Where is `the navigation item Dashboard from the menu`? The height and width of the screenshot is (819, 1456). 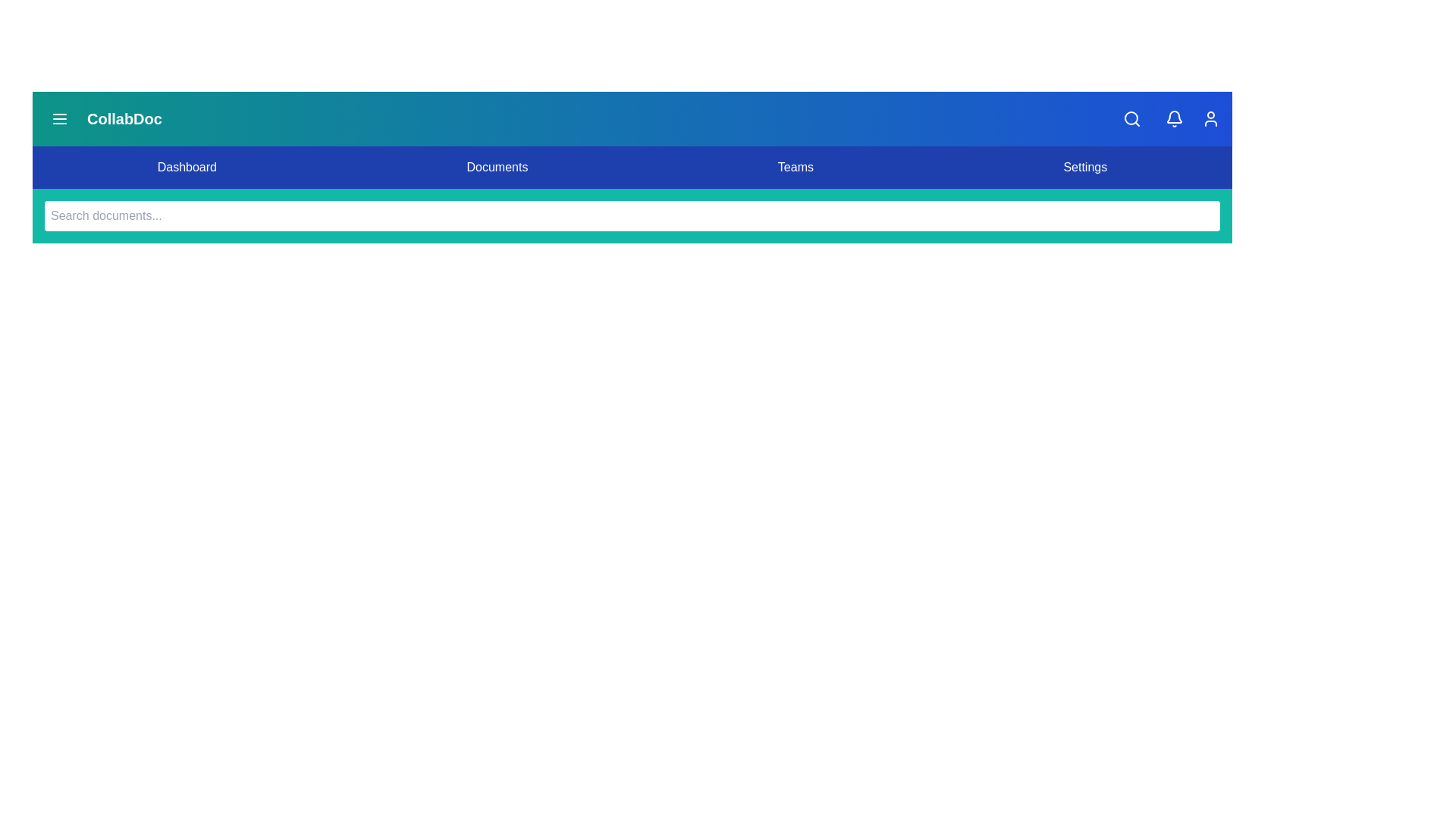
the navigation item Dashboard from the menu is located at coordinates (186, 167).